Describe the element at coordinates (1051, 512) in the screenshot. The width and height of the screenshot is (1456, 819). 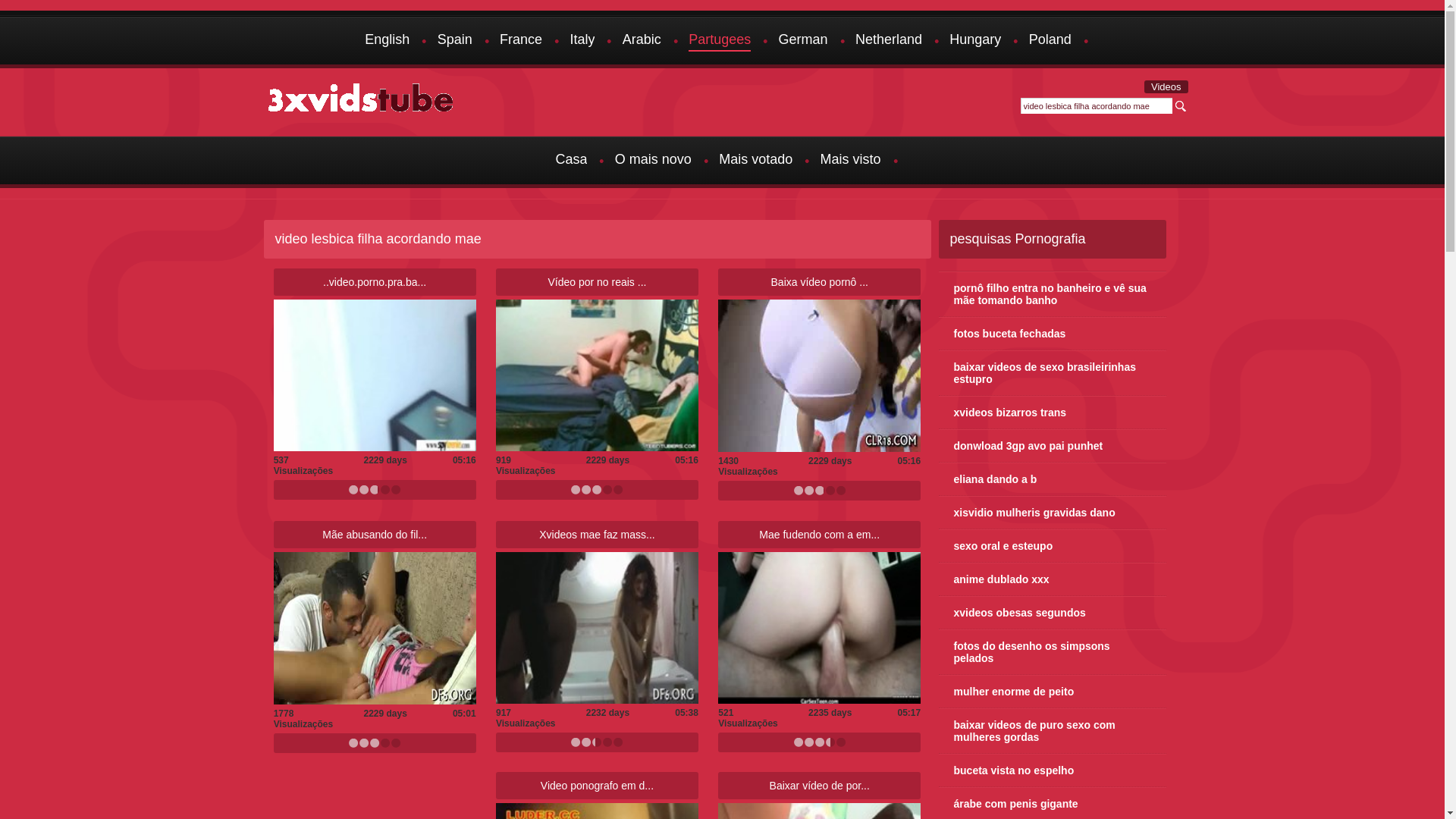
I see `'xisvidio mulheris gravidas dano'` at that location.